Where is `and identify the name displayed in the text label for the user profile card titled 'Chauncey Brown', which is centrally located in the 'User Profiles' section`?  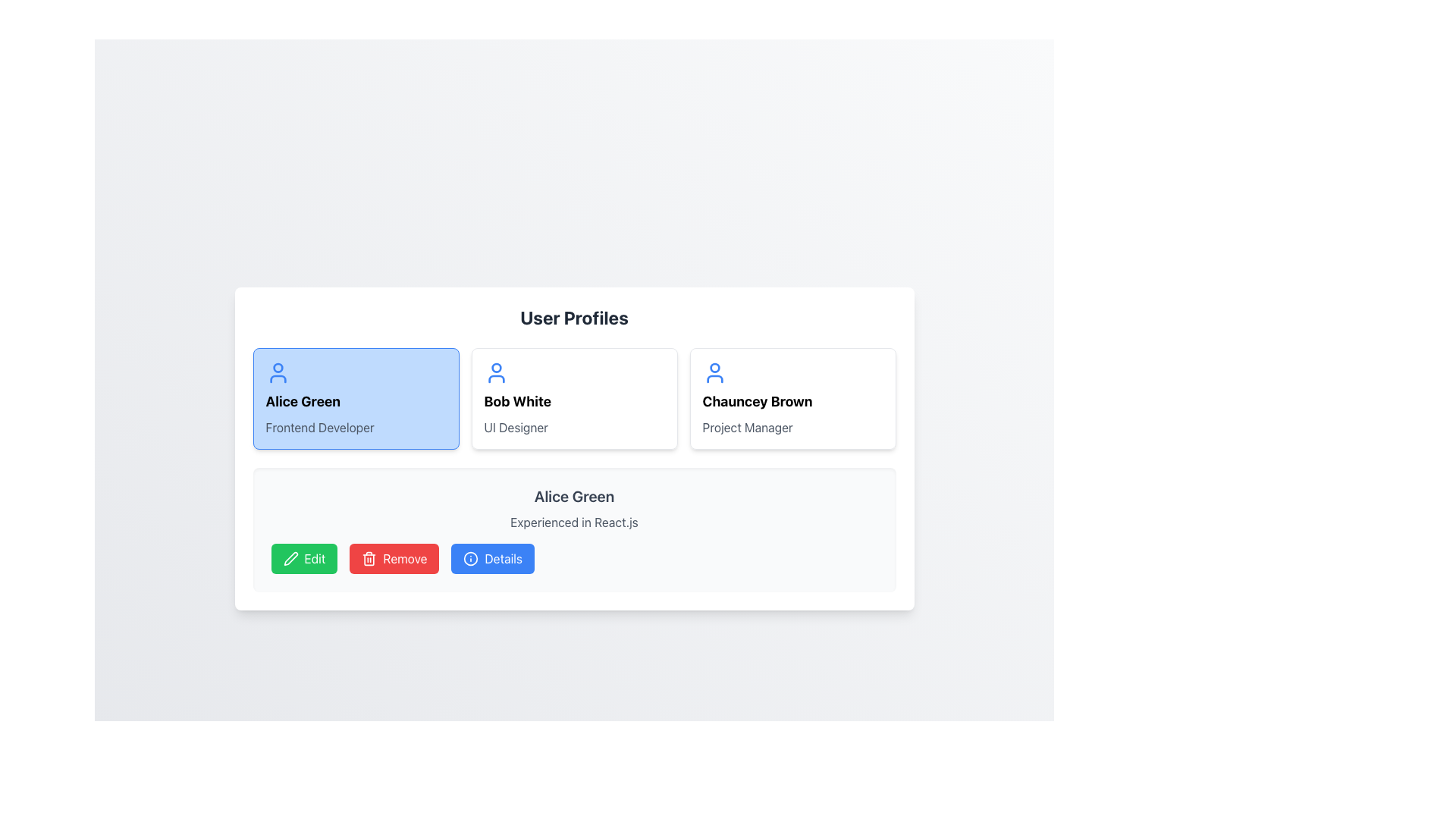
and identify the name displayed in the text label for the user profile card titled 'Chauncey Brown', which is centrally located in the 'User Profiles' section is located at coordinates (757, 400).